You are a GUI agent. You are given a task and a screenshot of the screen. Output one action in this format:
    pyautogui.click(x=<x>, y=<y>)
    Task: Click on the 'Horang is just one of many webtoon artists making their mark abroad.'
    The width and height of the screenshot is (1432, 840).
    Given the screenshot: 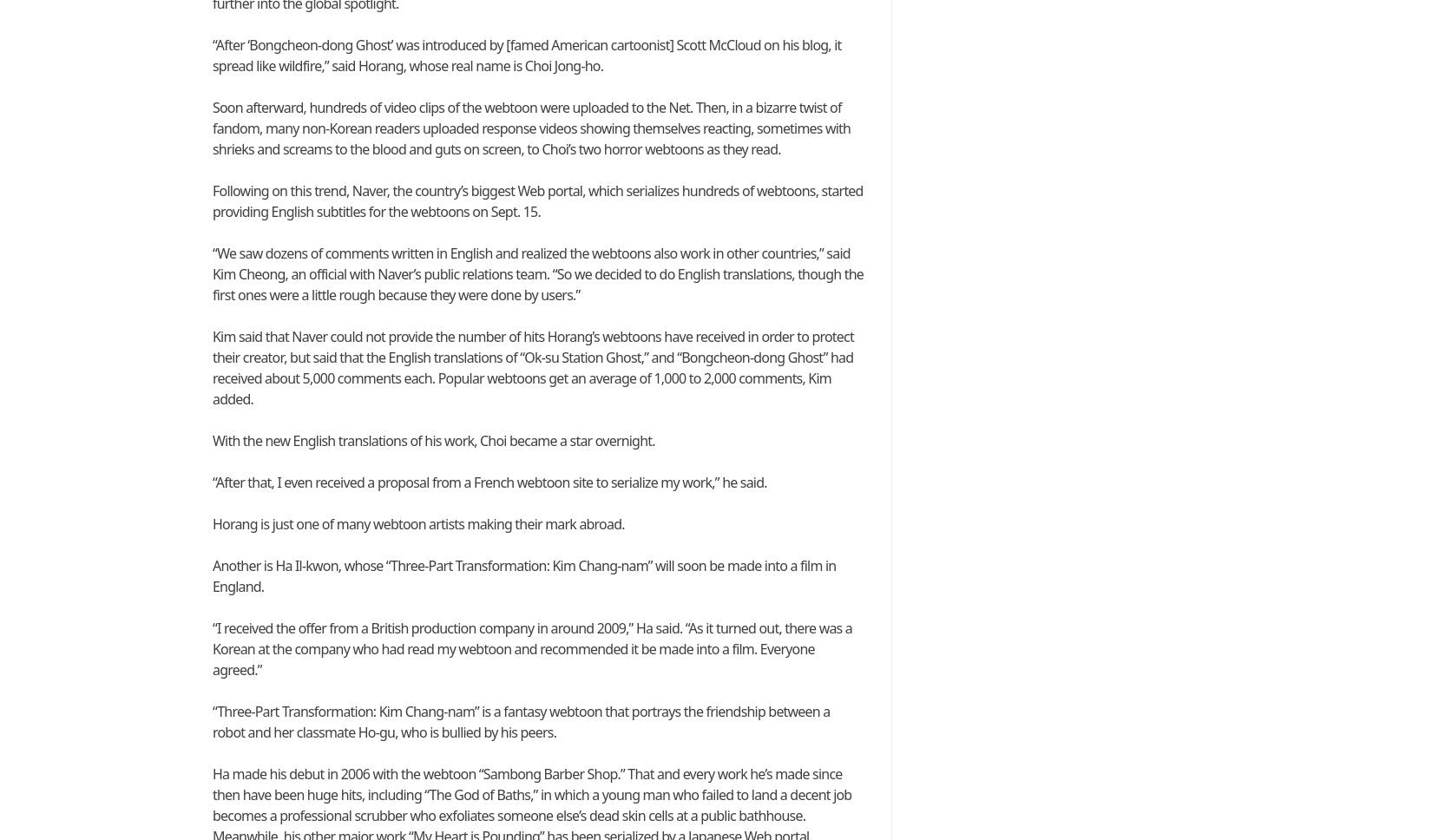 What is the action you would take?
    pyautogui.click(x=417, y=524)
    